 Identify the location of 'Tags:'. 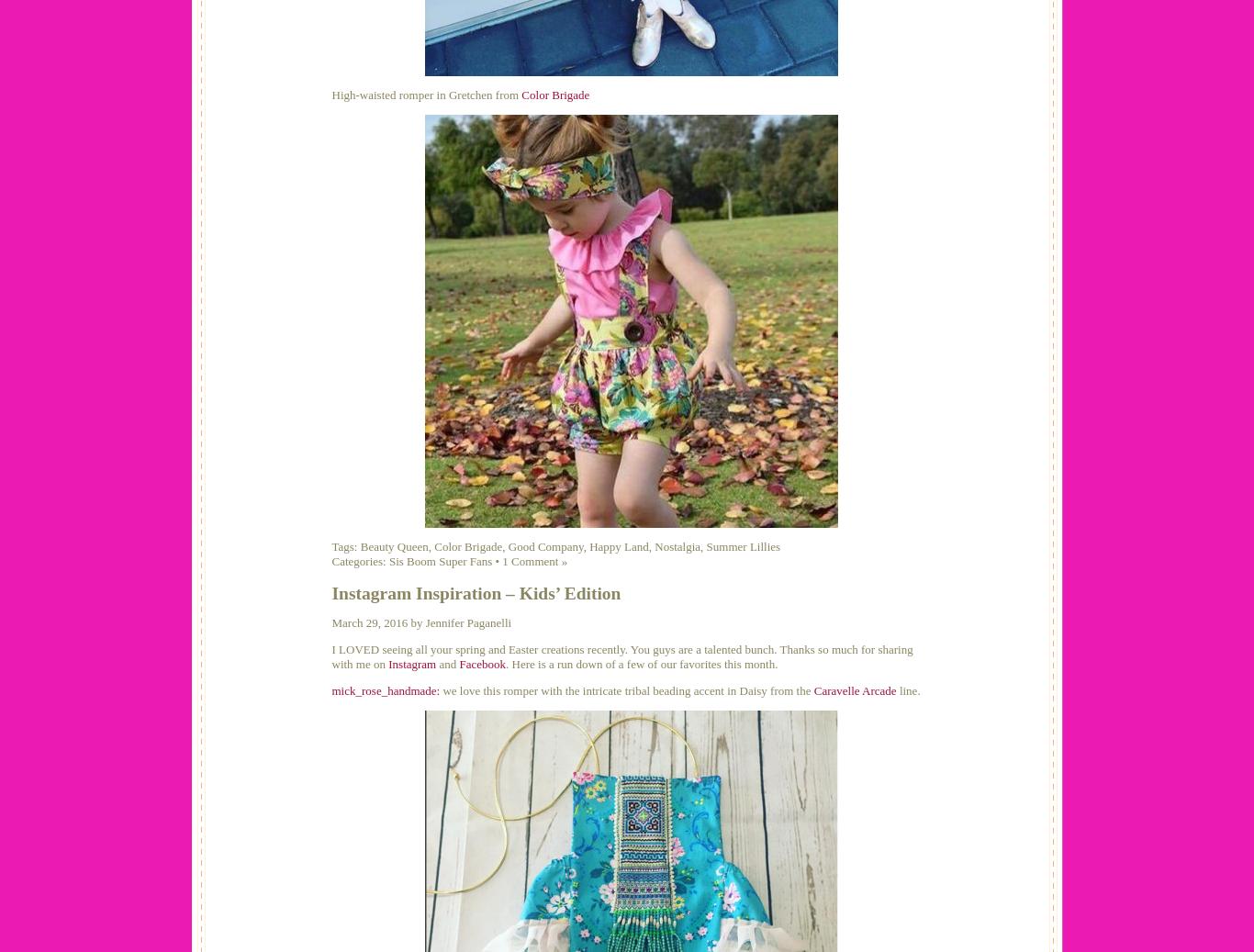
(344, 546).